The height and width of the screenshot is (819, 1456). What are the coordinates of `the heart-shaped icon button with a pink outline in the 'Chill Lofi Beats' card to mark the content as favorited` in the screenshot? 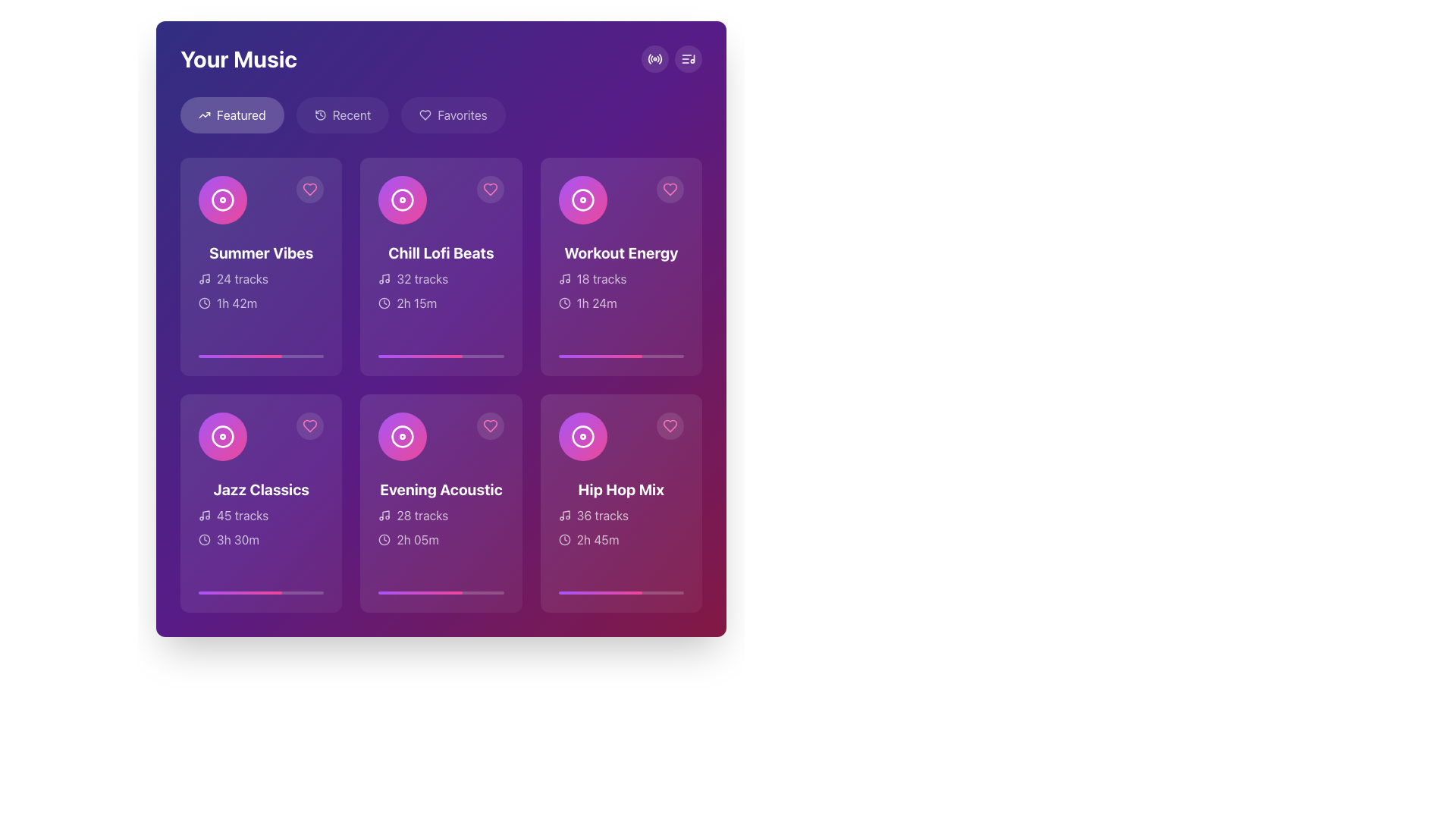 It's located at (490, 189).